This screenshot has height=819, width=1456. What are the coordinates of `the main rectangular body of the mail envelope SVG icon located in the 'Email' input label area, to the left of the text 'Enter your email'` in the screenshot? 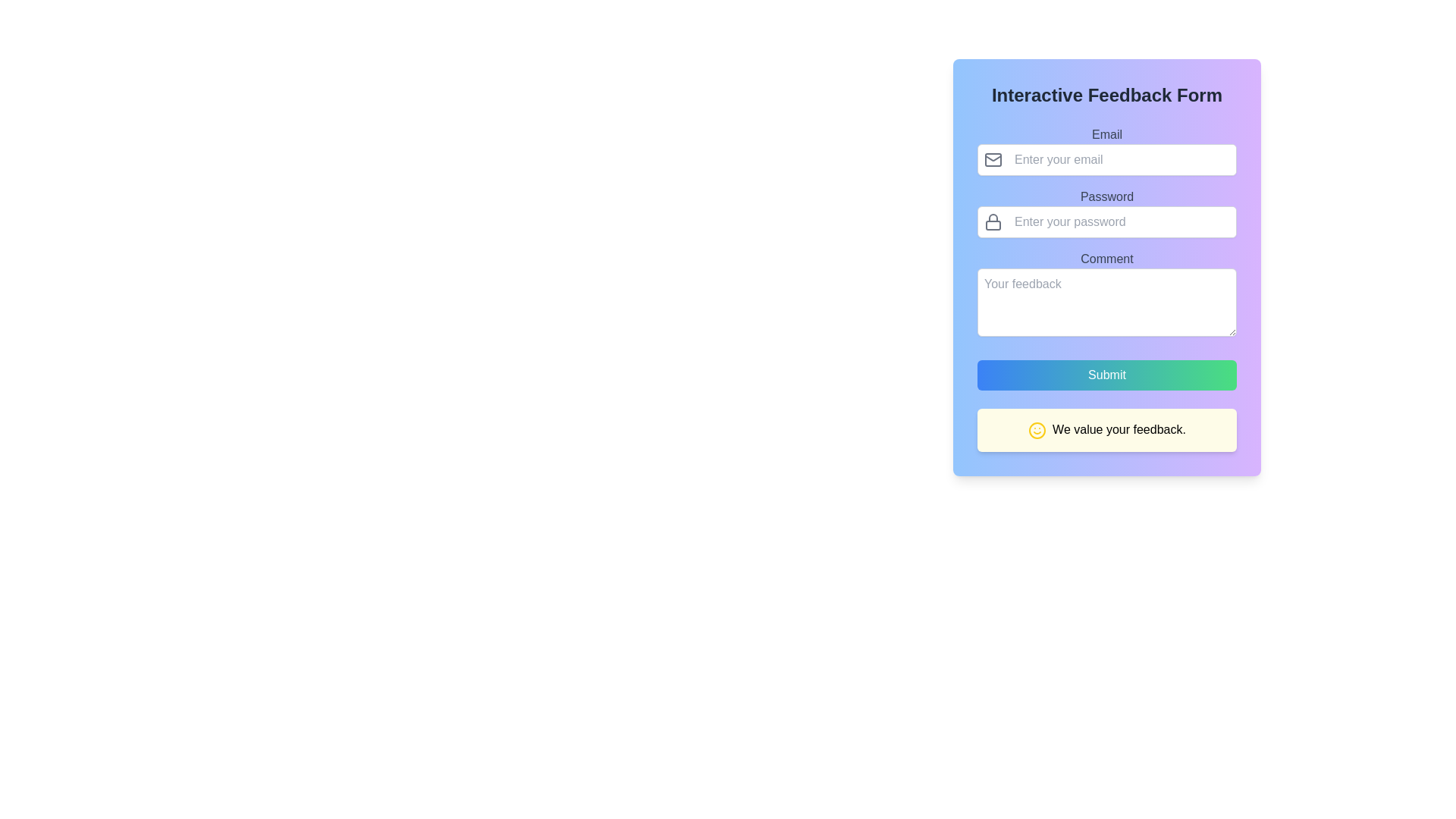 It's located at (993, 160).